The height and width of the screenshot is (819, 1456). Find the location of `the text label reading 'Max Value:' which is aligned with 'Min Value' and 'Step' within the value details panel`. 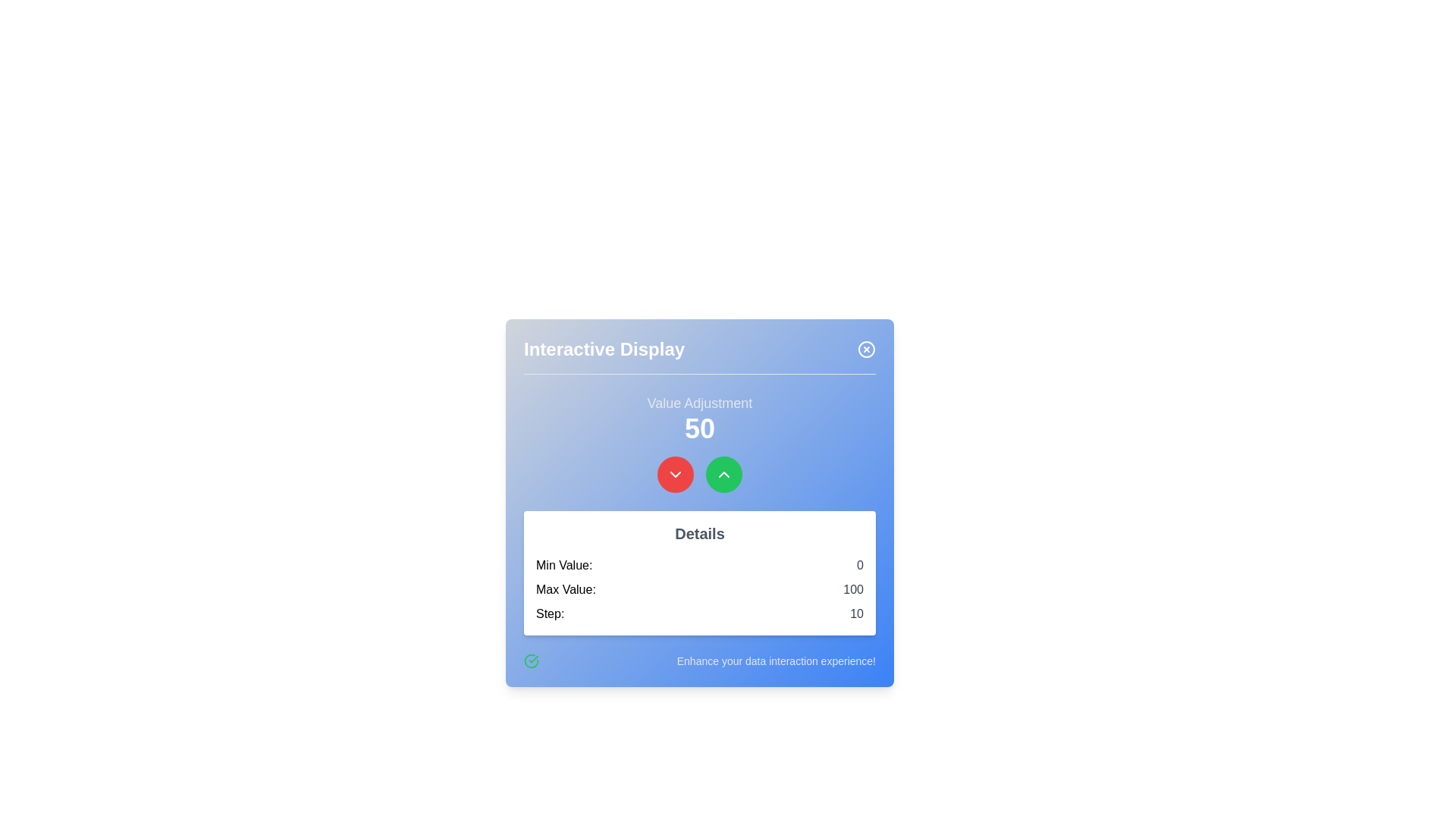

the text label reading 'Max Value:' which is aligned with 'Min Value' and 'Step' within the value details panel is located at coordinates (565, 589).